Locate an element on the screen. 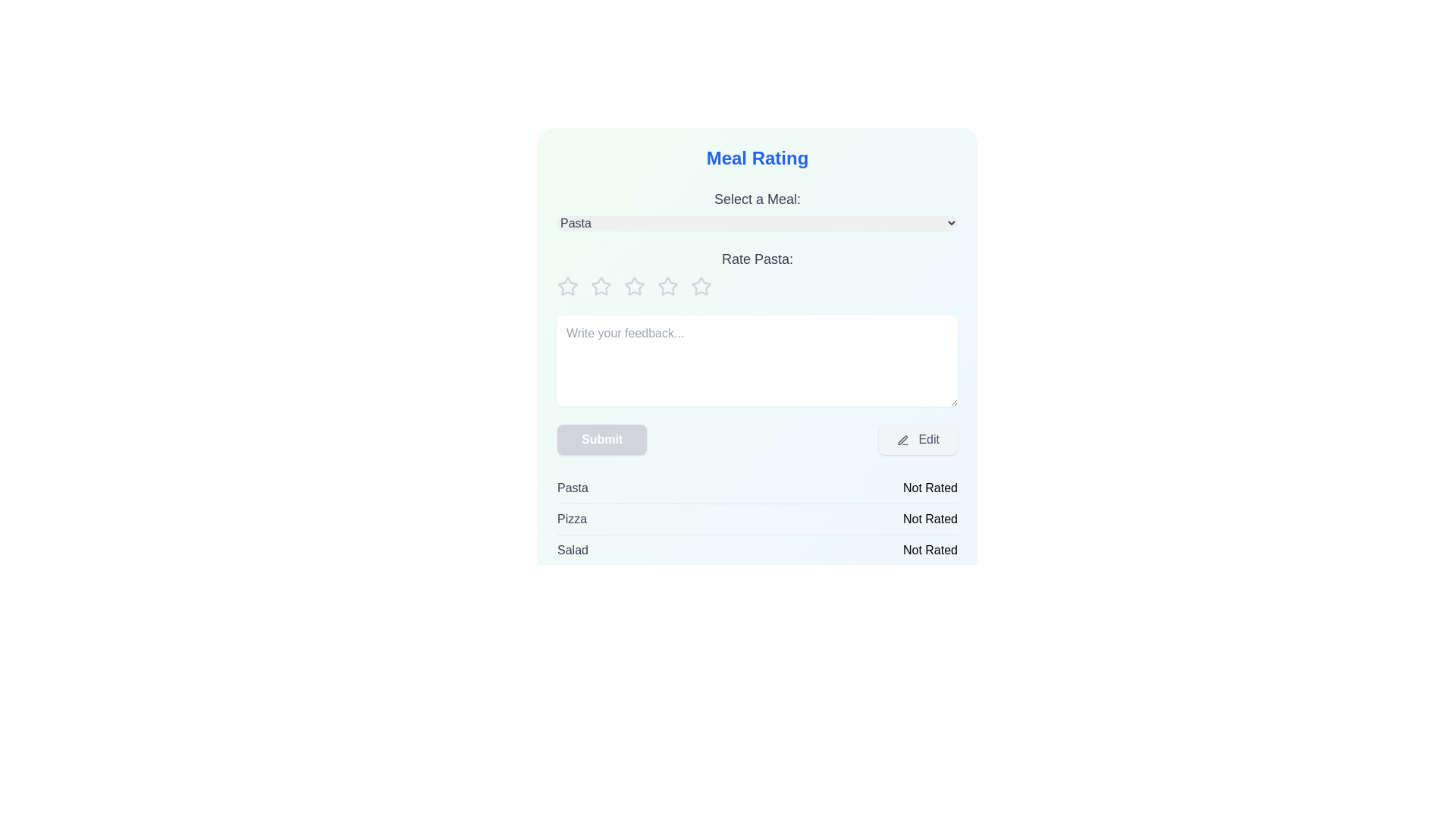  the leftmost star icon in the rating system is located at coordinates (566, 286).